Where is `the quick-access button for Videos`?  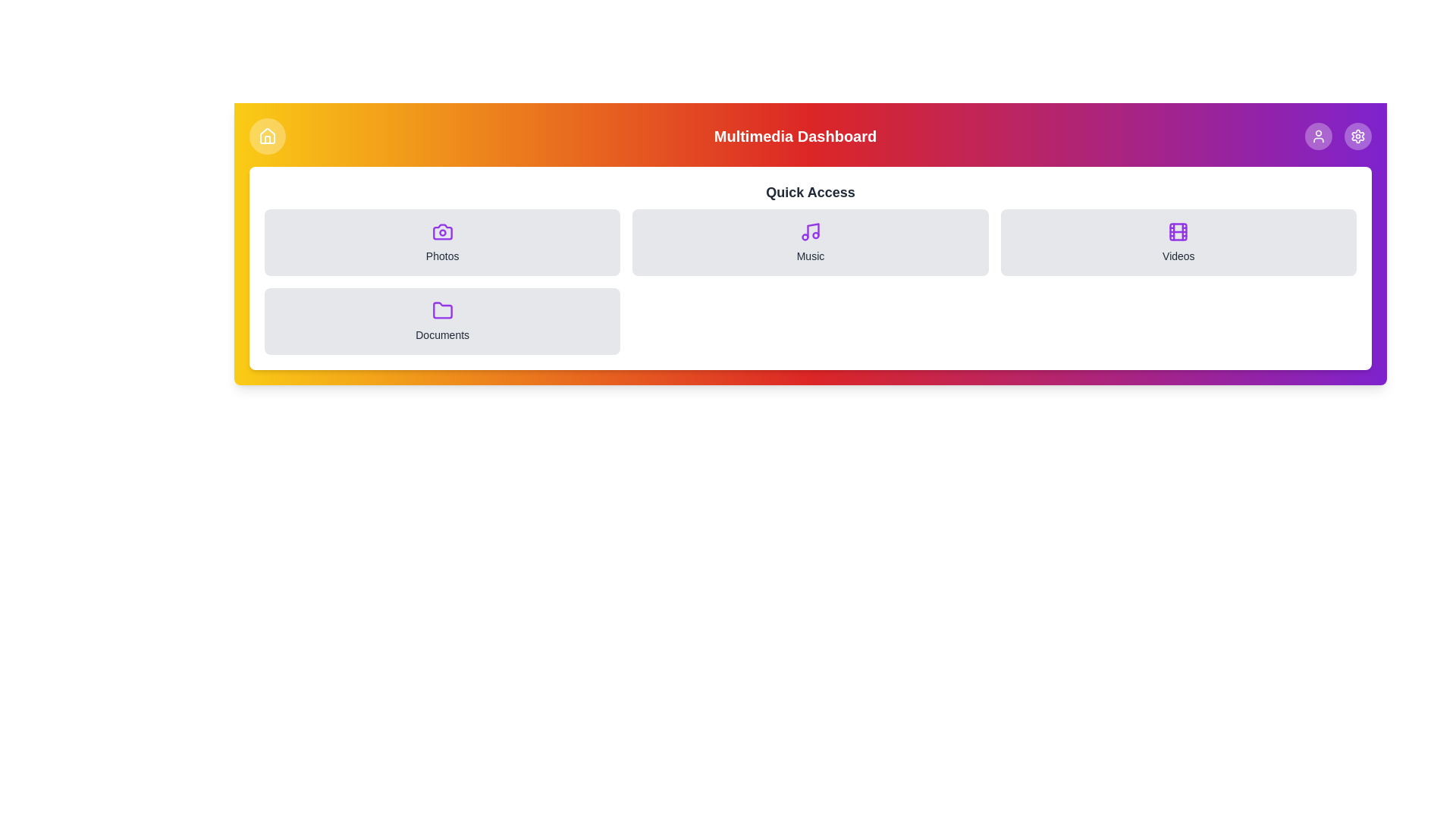 the quick-access button for Videos is located at coordinates (1178, 242).